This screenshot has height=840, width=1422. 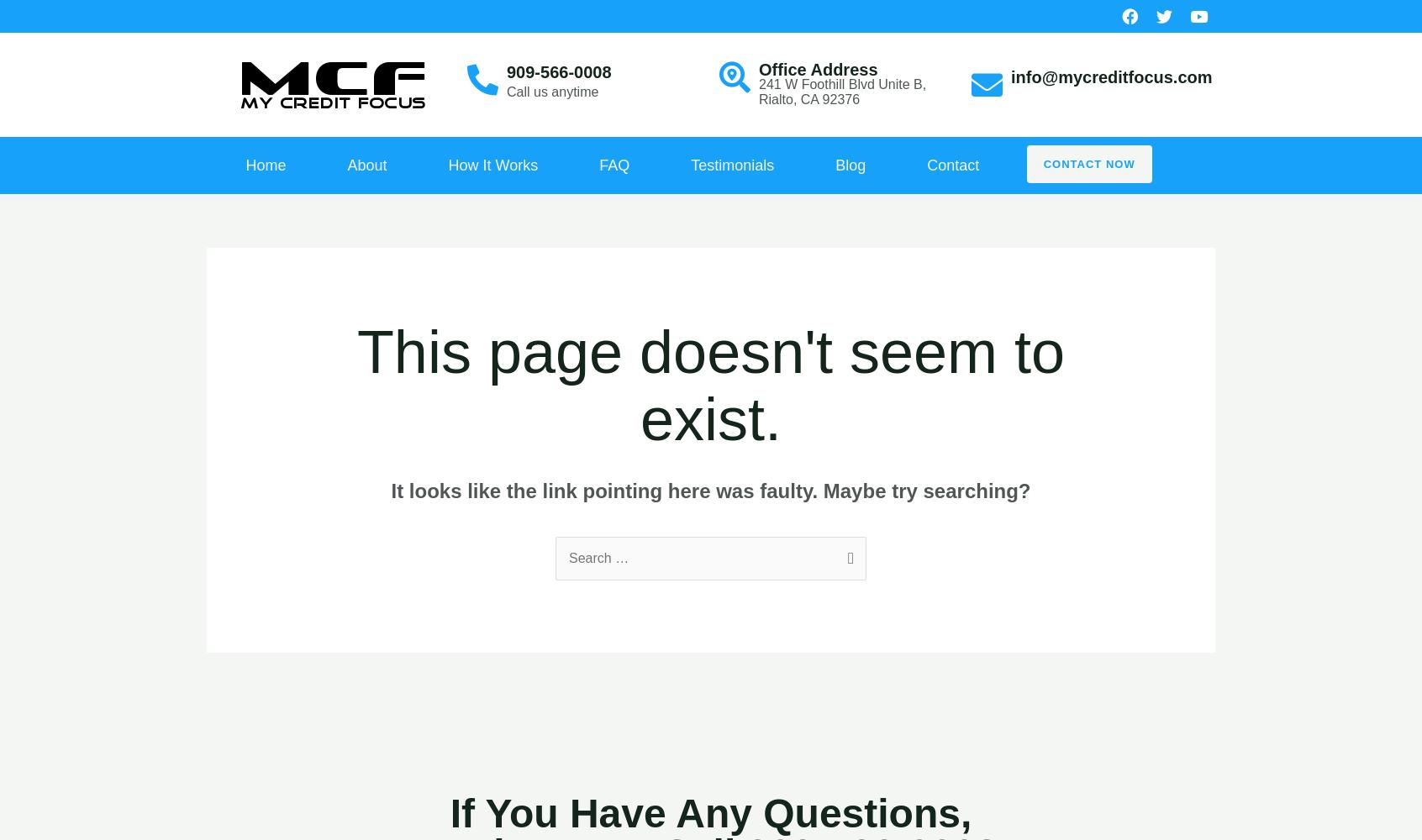 What do you see at coordinates (690, 165) in the screenshot?
I see `'Testimonials'` at bounding box center [690, 165].